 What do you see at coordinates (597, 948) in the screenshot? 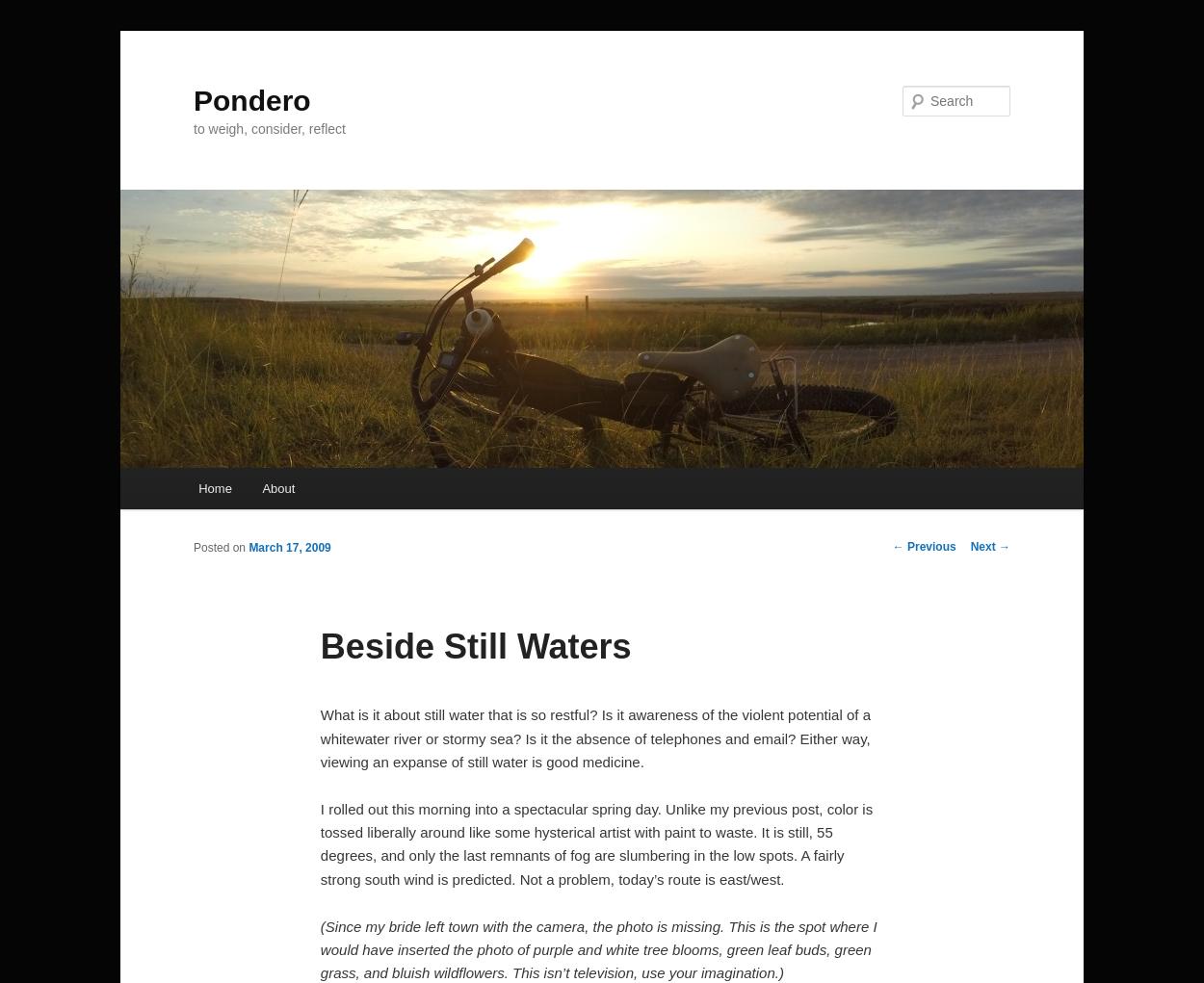
I see `'(Since my bride left town with the camera, the photo is missing.  This is the spot where I would have inserted the photo of purple and white tree blooms, green leaf buds, green grass, and bluish wildflowers.  This isn’t television, use your imagination.)'` at bounding box center [597, 948].